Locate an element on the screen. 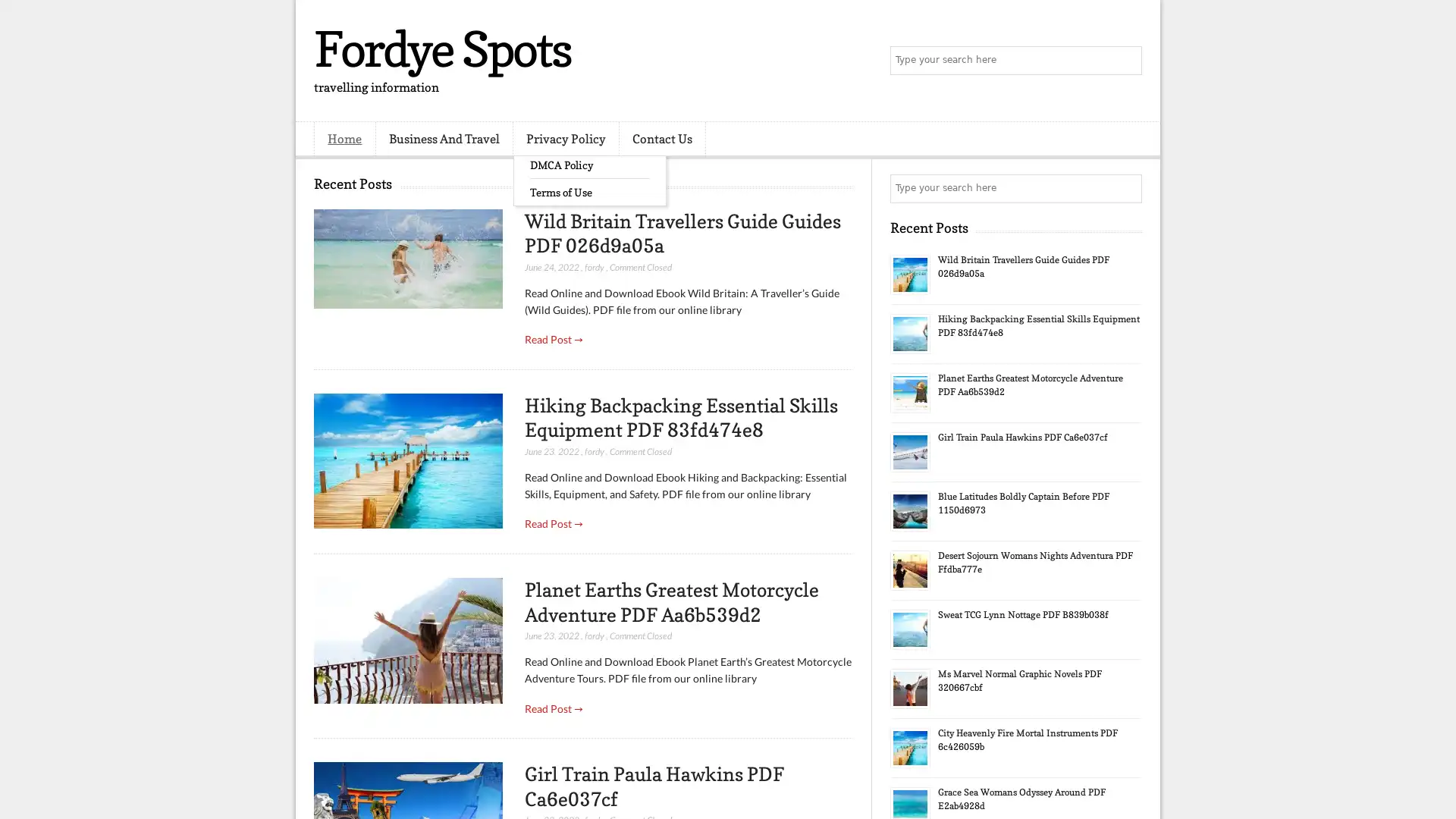 This screenshot has width=1456, height=819. Search is located at coordinates (1126, 61).